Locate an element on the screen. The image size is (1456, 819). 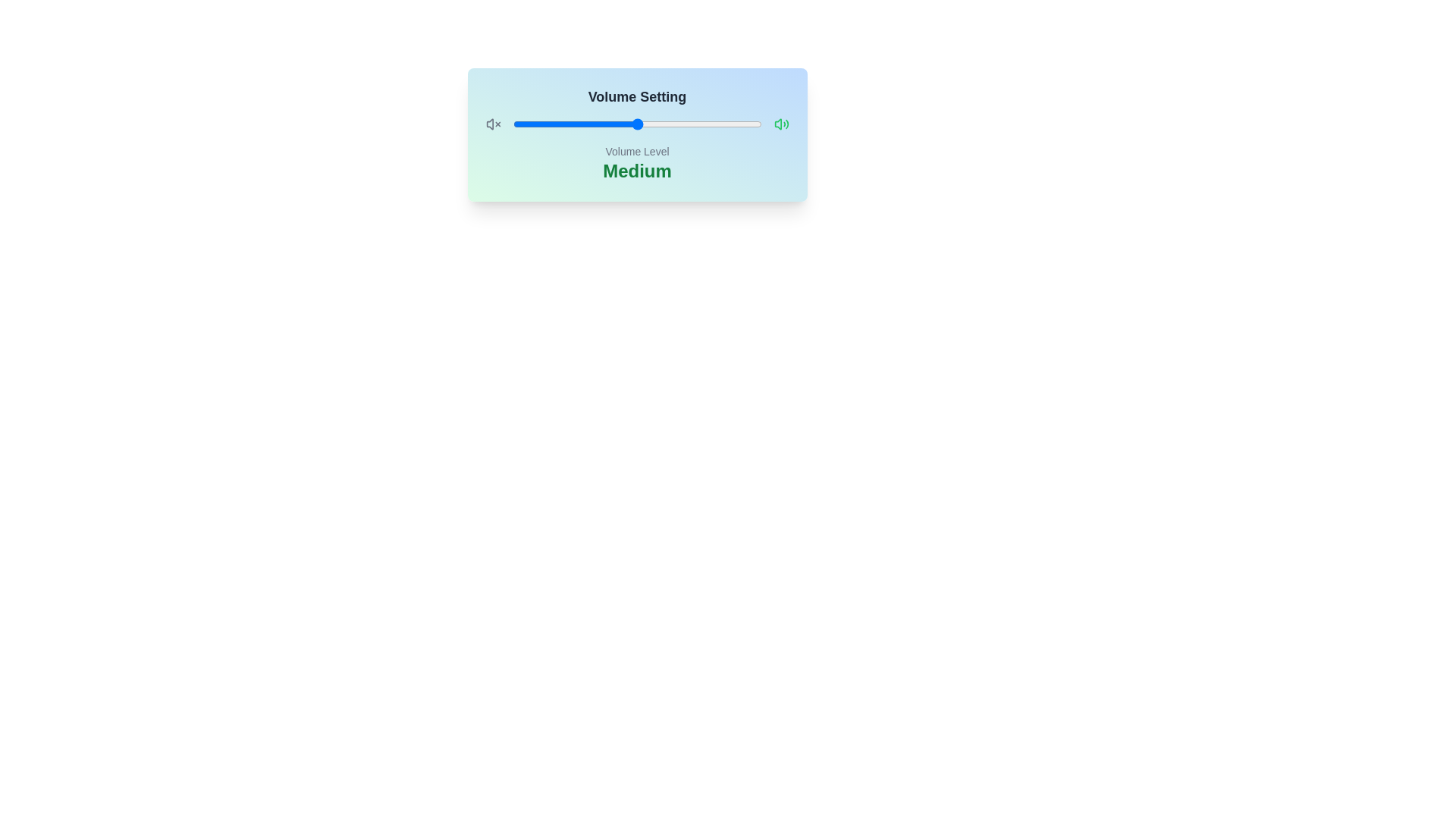
the volume slider to 67% is located at coordinates (679, 124).